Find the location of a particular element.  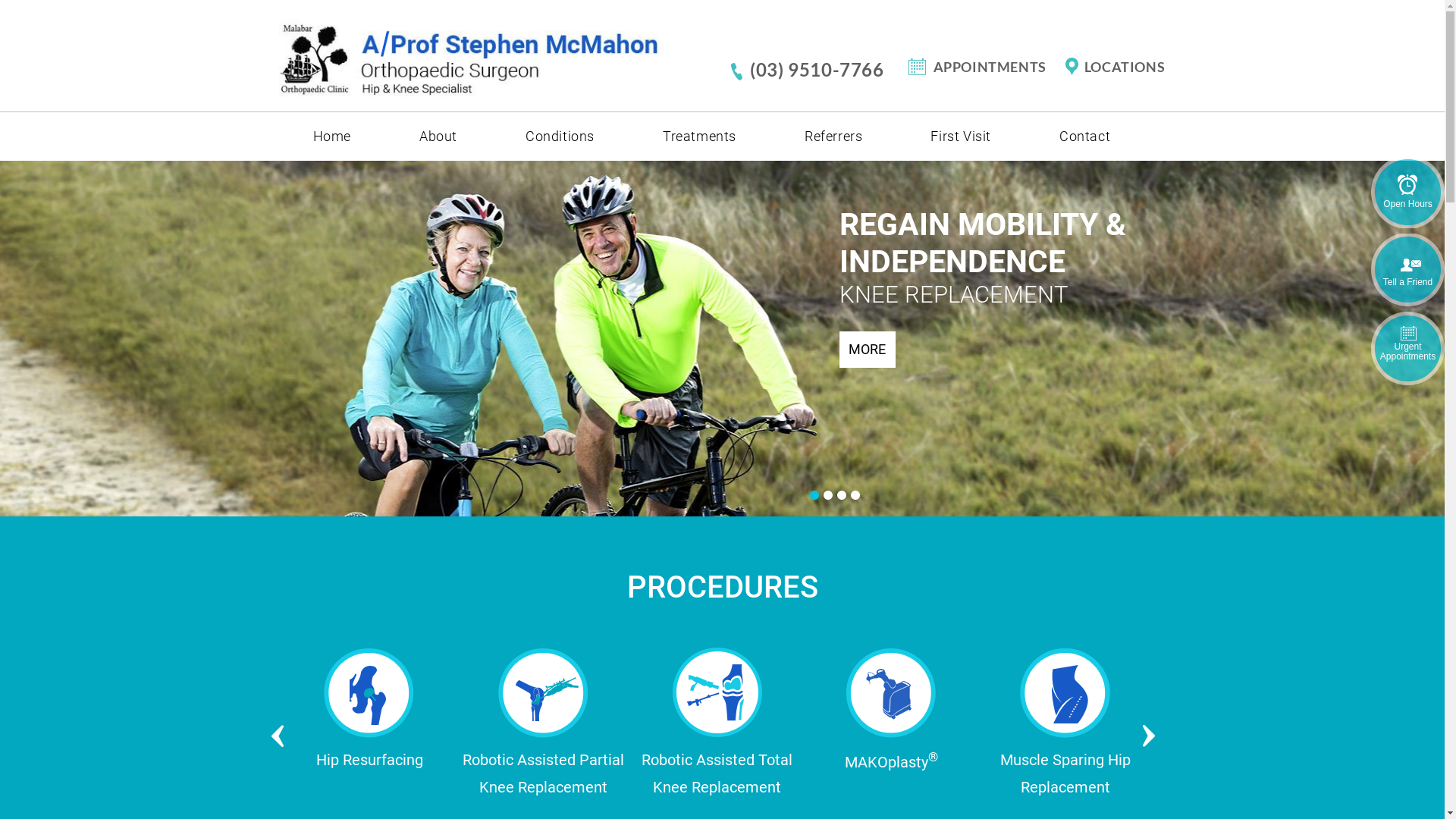

'Open Hours' is located at coordinates (1407, 192).